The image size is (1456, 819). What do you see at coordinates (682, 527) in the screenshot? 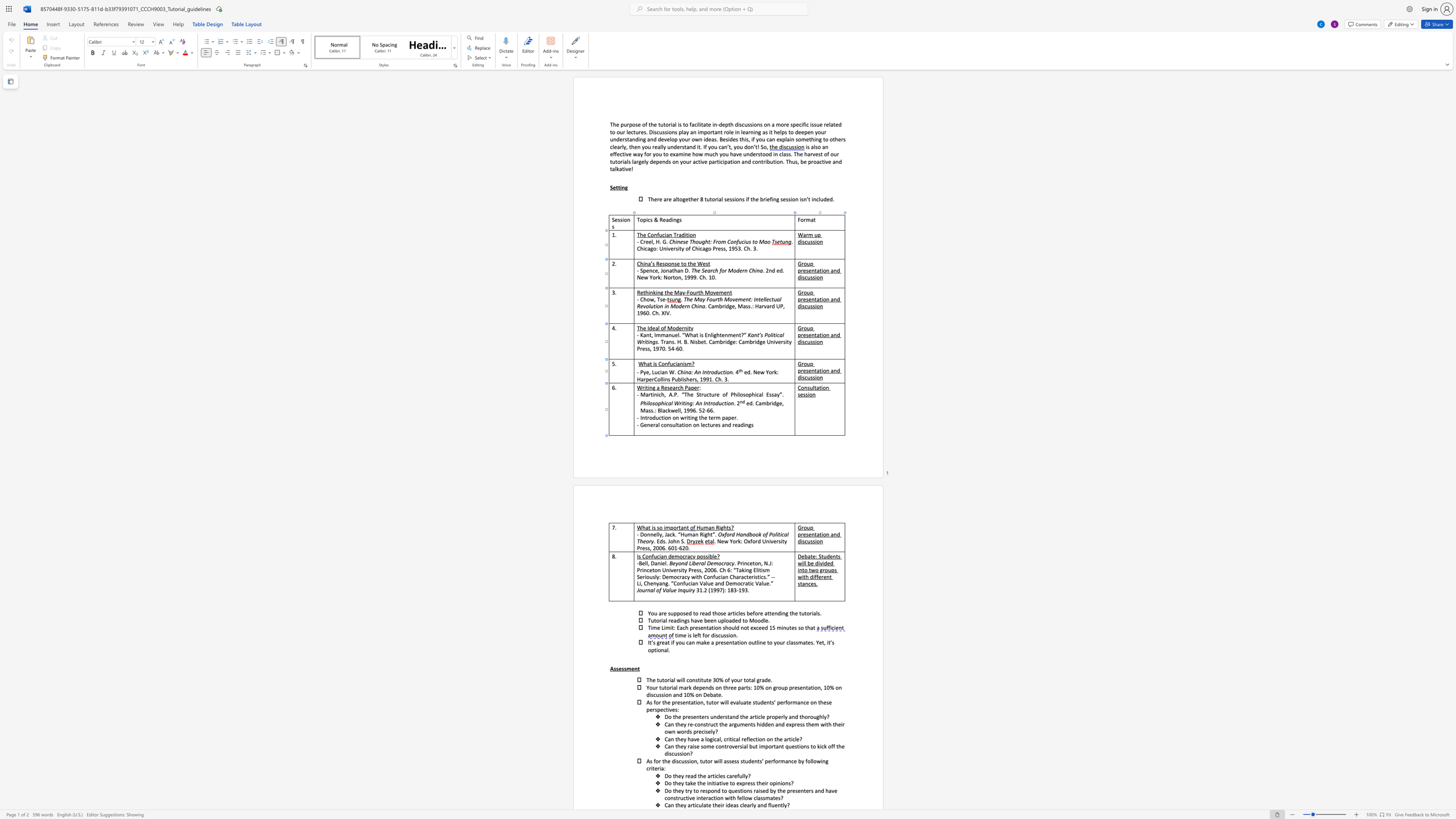
I see `the 2th character "a" in the text` at bounding box center [682, 527].